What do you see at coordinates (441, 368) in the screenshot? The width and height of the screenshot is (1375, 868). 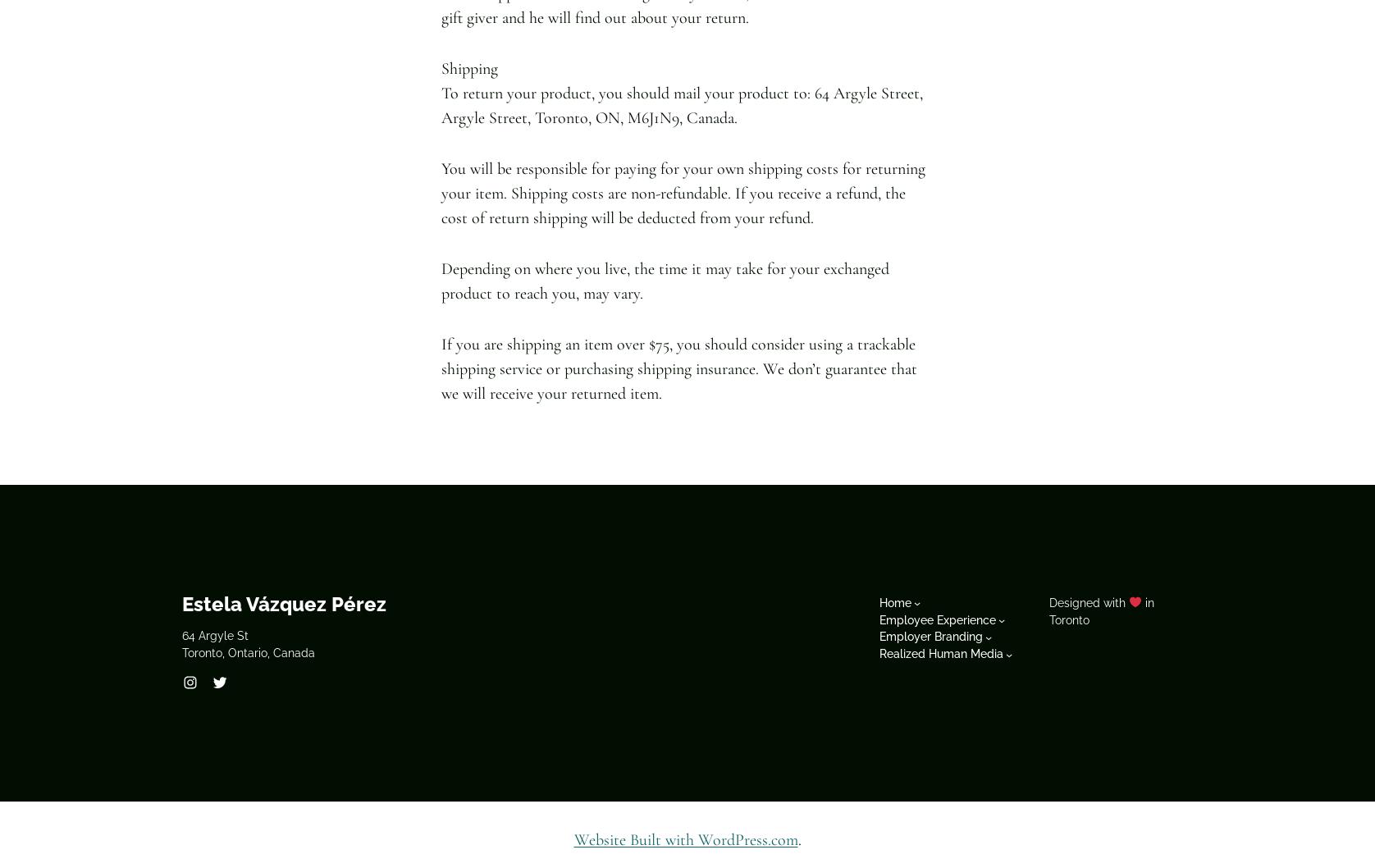 I see `'If you are shipping an item over $75, you should consider using a trackable shipping service or purchasing shipping insurance. We don’t guarantee that we will receive your returned item.'` at bounding box center [441, 368].